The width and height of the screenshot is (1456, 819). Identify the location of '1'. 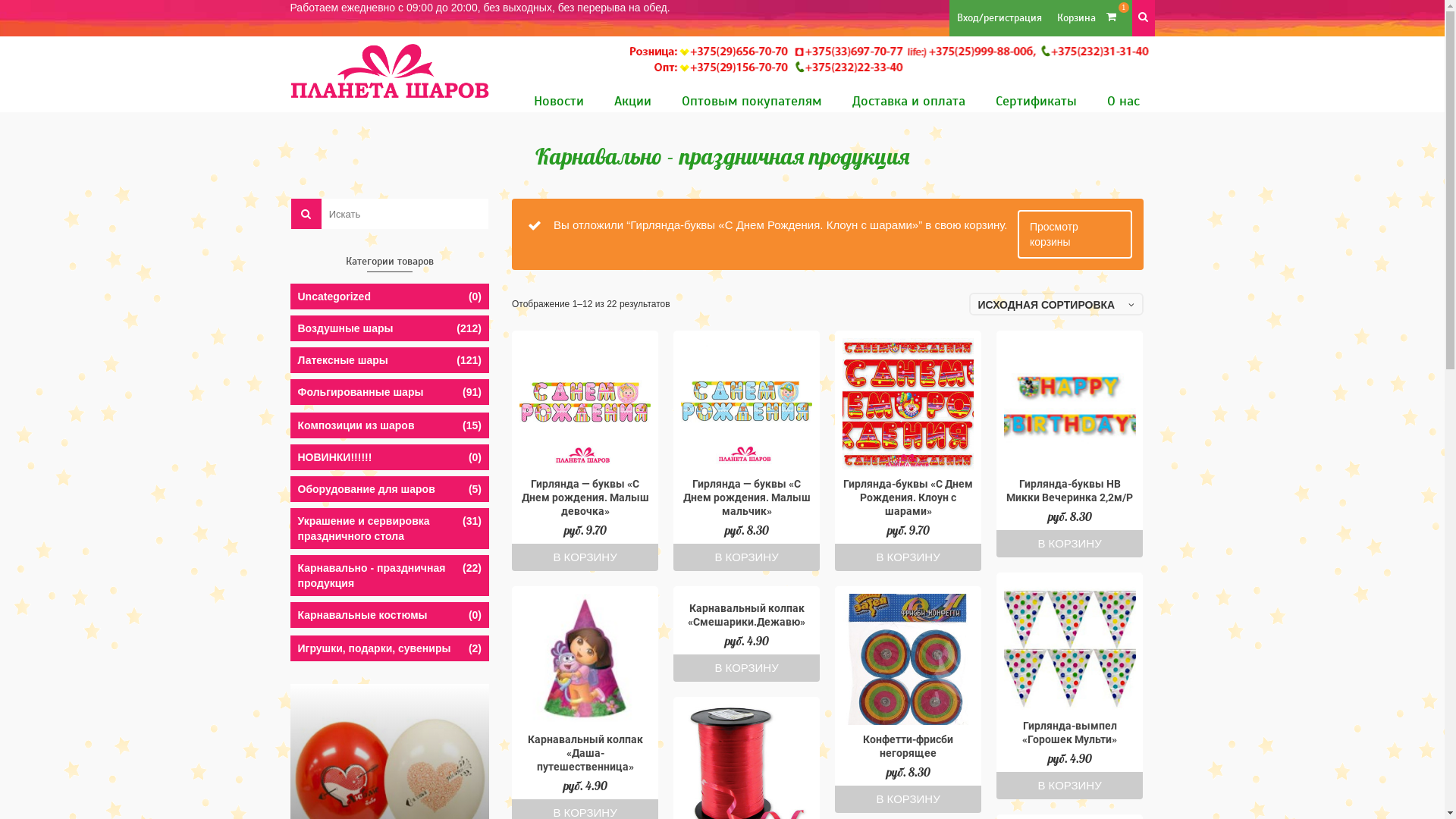
(1103, 17).